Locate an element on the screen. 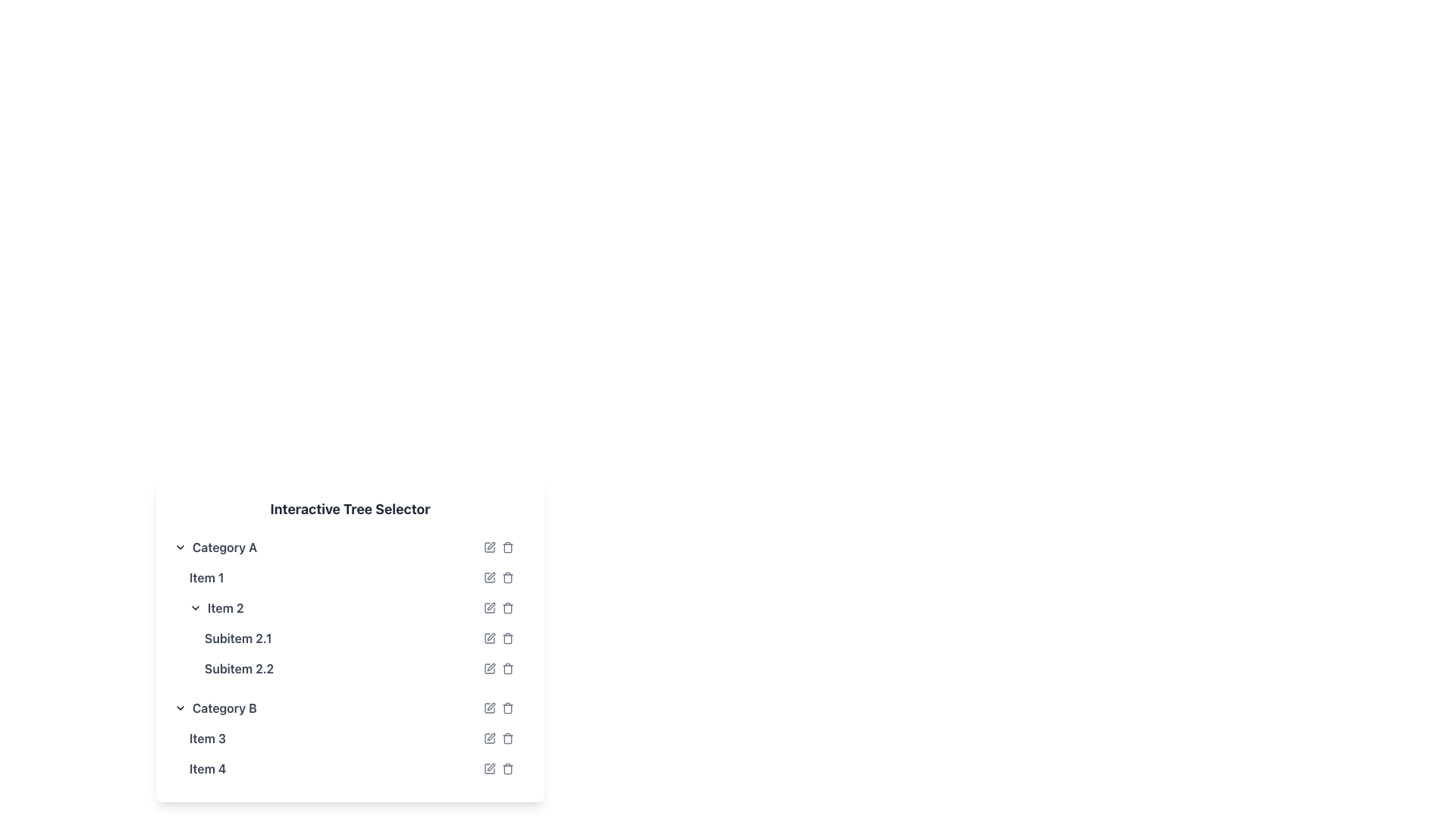 This screenshot has height=819, width=1456. the delete icon located on the far right of the row containing the text label 'Item 1' is located at coordinates (498, 578).